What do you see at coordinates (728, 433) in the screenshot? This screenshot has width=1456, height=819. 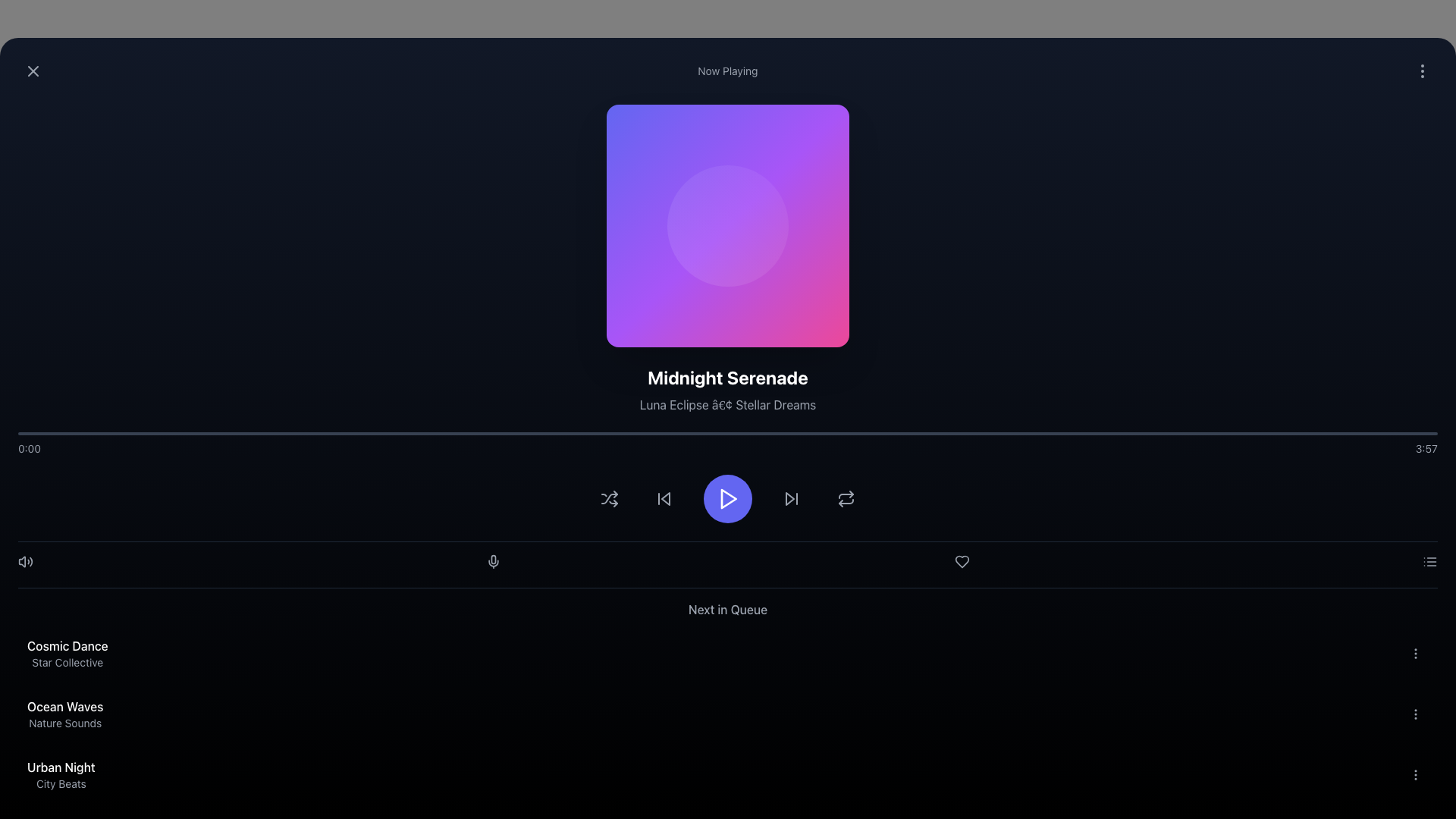 I see `the progress bar located at the bottom section of the interface to interact with the timeline for playback progress` at bounding box center [728, 433].